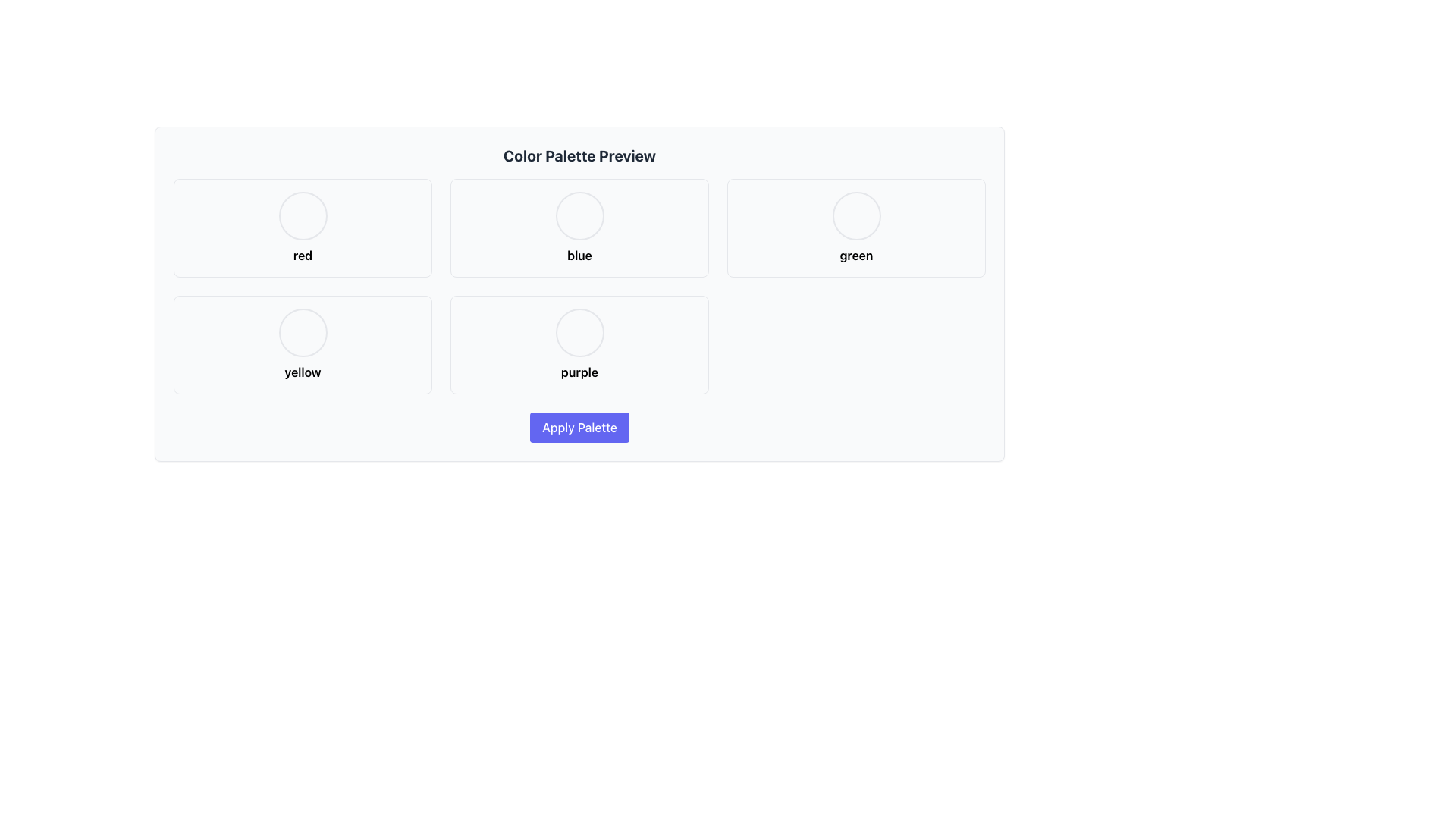  I want to click on the circular decorative element with a purple fill and darker purple border located at the top of the 'purple' labeled card in the lower row of the grid layout, so click(579, 332).